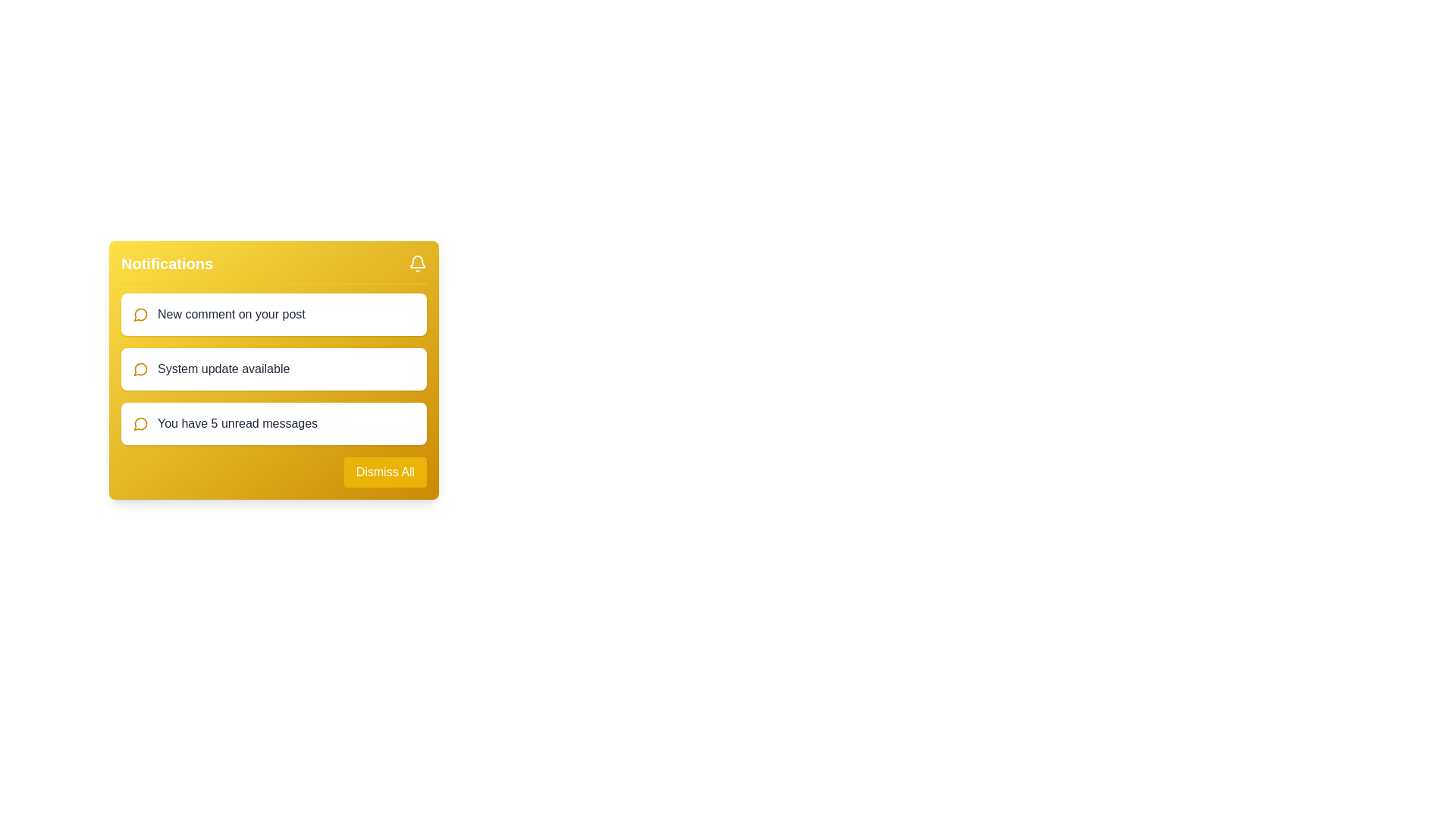 This screenshot has width=1456, height=819. Describe the element at coordinates (167, 262) in the screenshot. I see `header text label located at the top-left corner of the yellow notification panel, which provides context for the notifications area` at that location.